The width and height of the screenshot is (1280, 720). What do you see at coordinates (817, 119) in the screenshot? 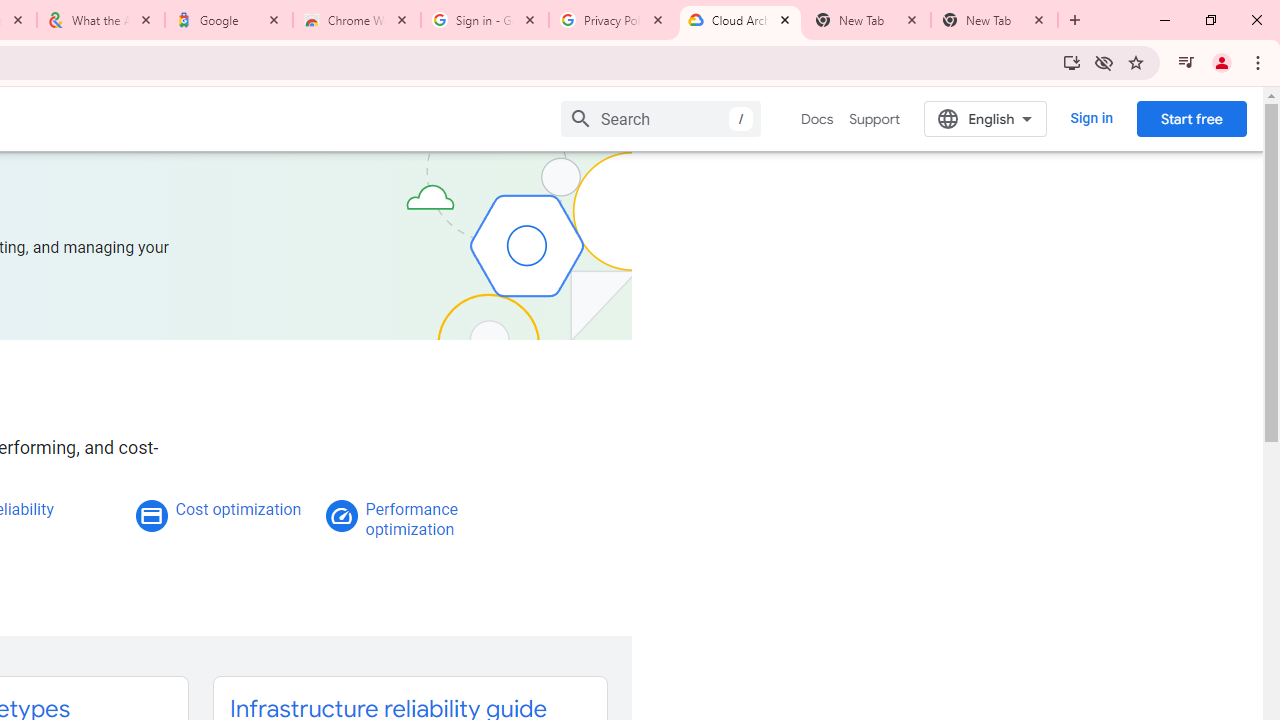
I see `'Docs'` at bounding box center [817, 119].